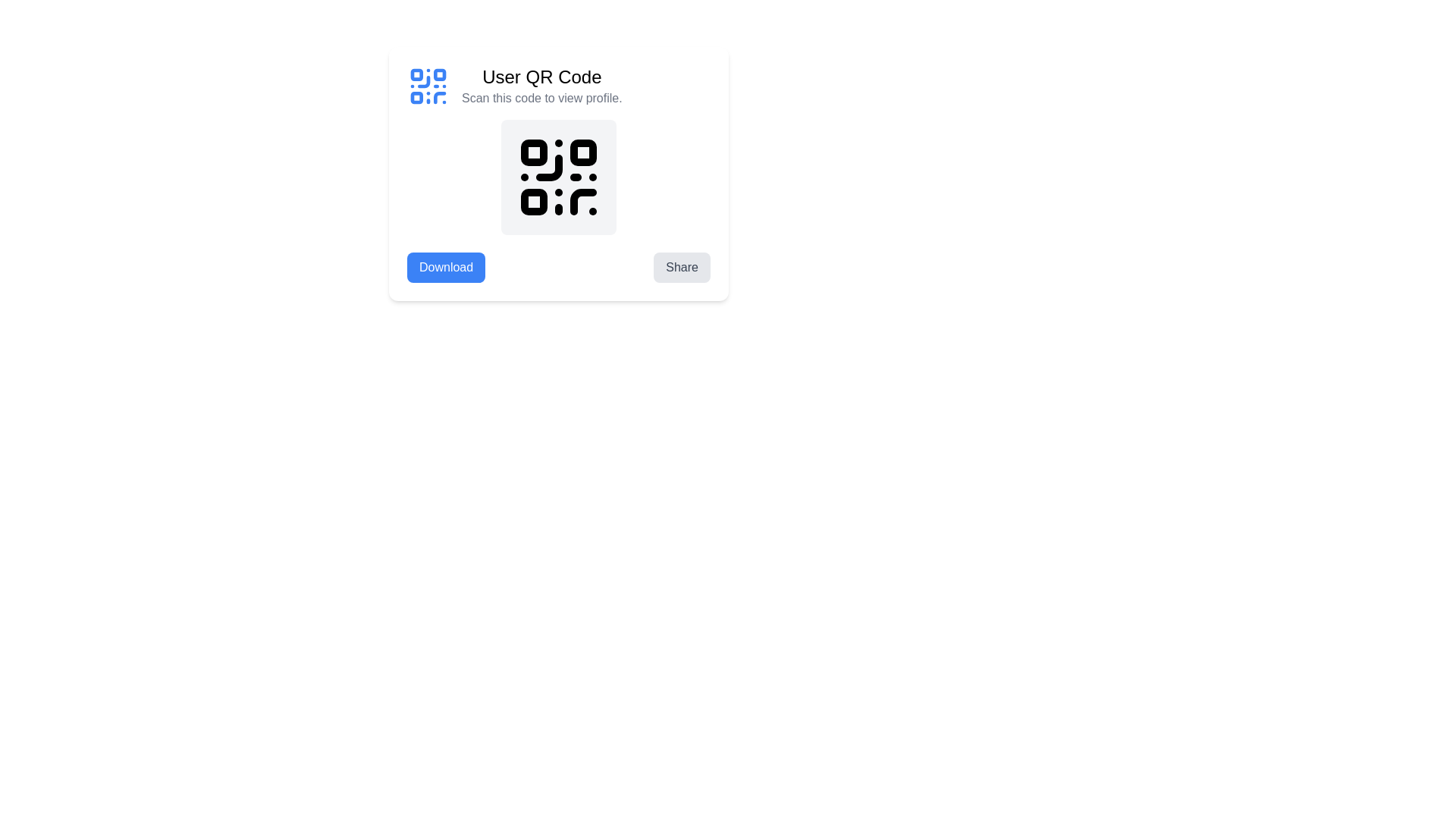 The height and width of the screenshot is (819, 1456). Describe the element at coordinates (541, 77) in the screenshot. I see `the descriptive title text label located at the top-right portion of the card, which indicates the purpose of the QR code displayed below it` at that location.